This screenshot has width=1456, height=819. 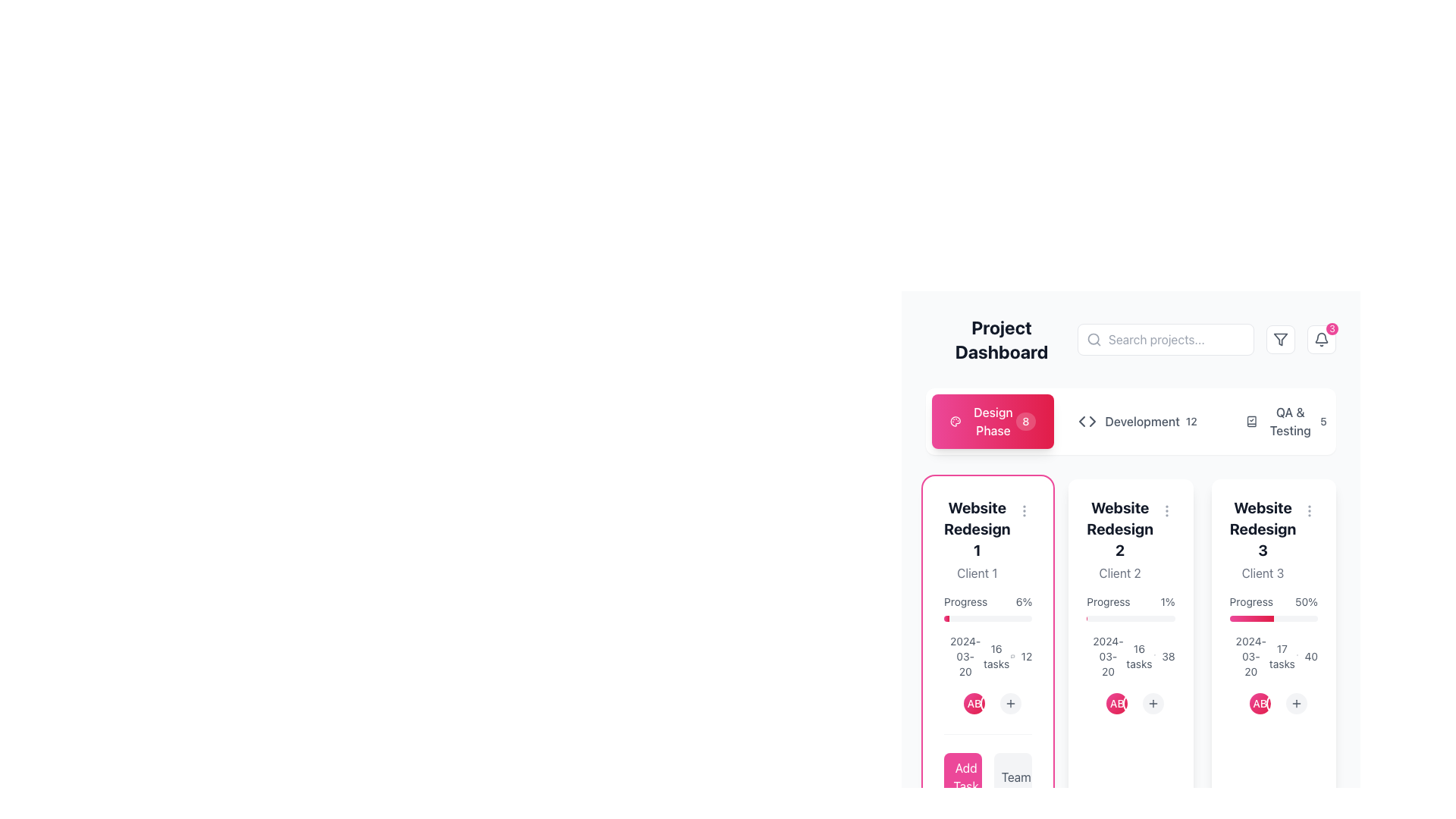 I want to click on the search icon element located within the search input field, positioned on the left side near its center, so click(x=1094, y=338).